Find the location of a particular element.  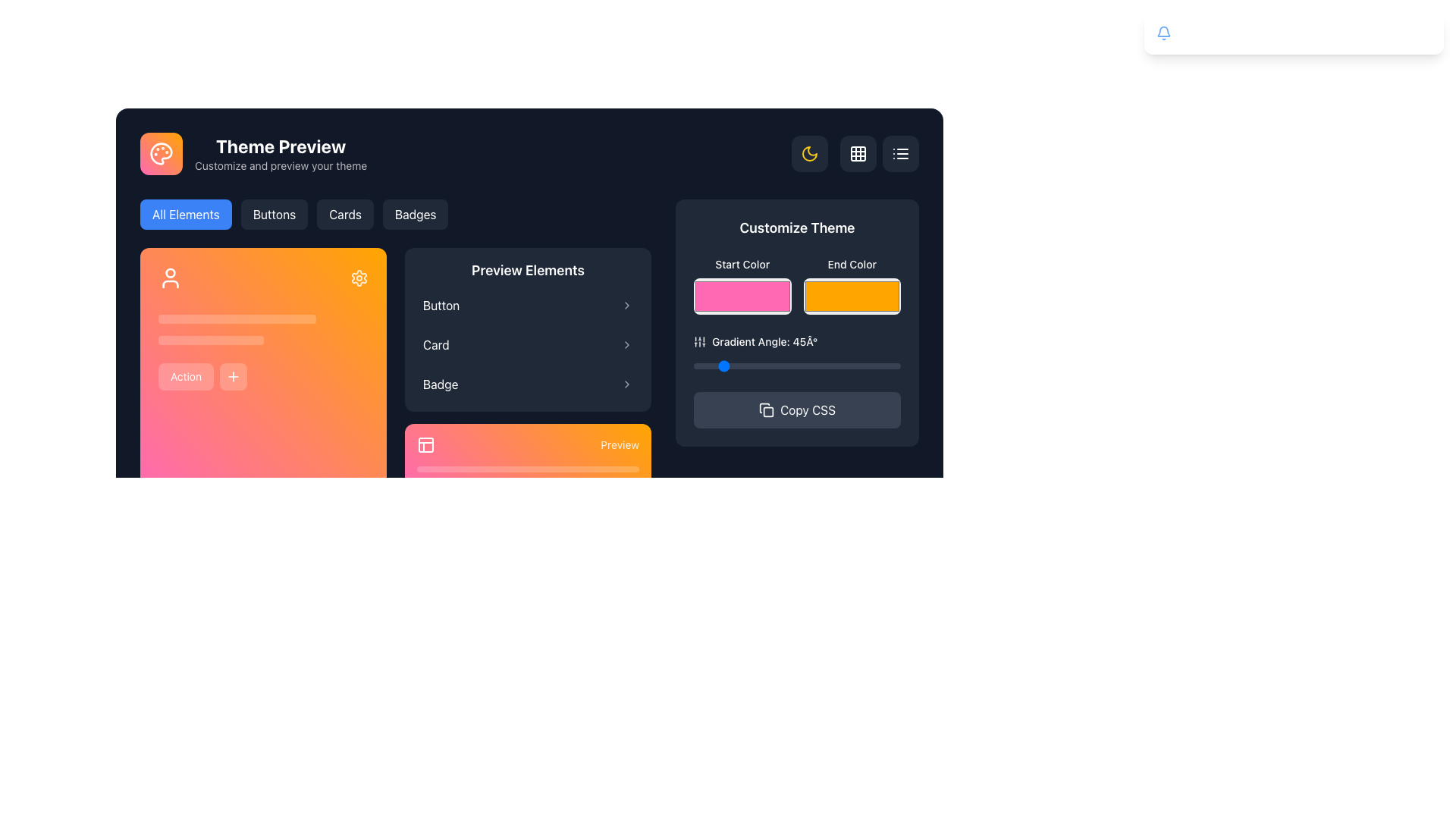

the dark-colored square icon with rounded corners located in the top-right corner of the grid interface is located at coordinates (858, 154).